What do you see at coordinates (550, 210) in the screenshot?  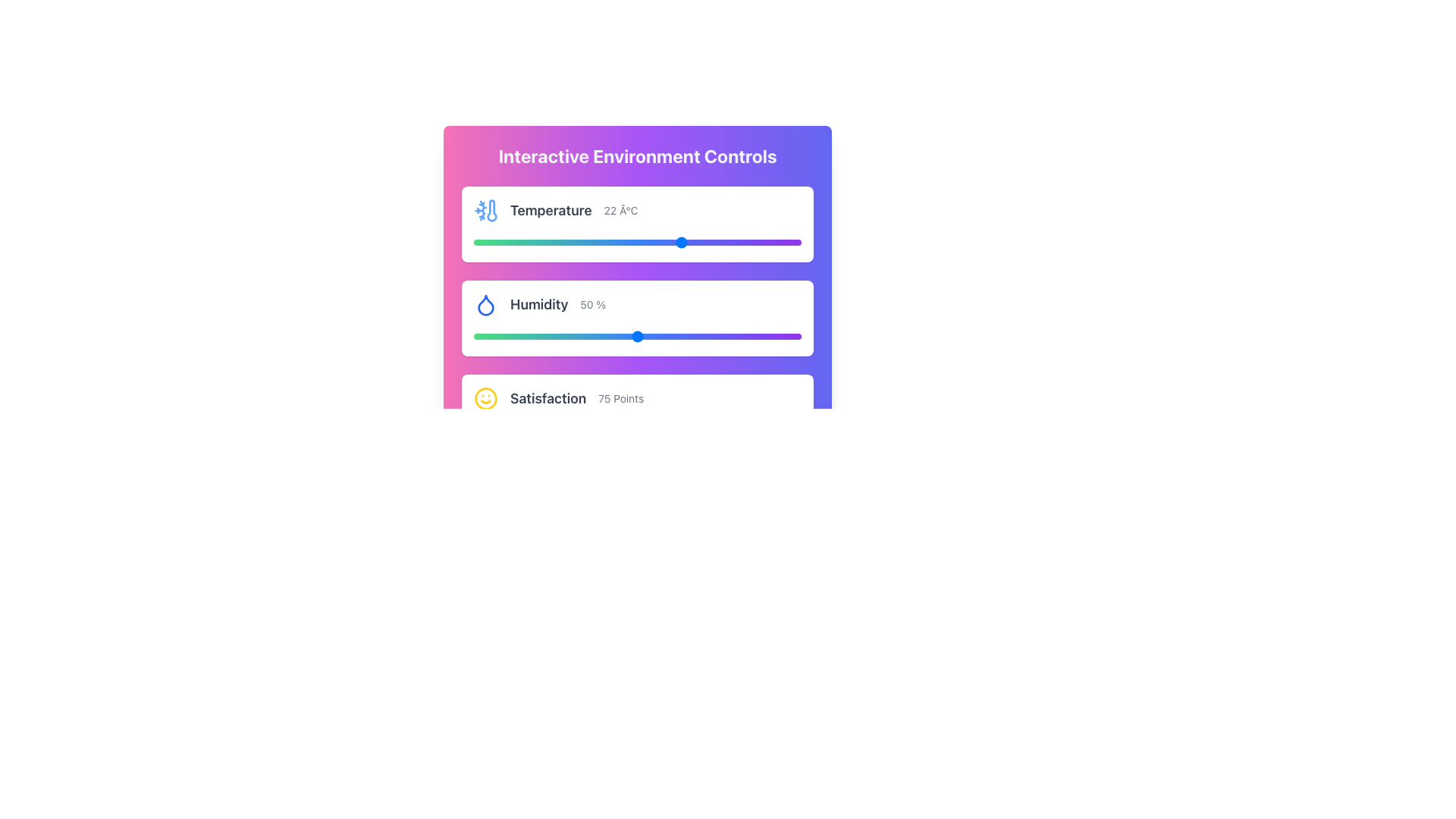 I see `the static text label 'Temperature' which is styled with a larger font size, bold weight, and dark gray color, located in the first card from the top, positioned to the right of a blue thermometer icon and to the left of the text '22 Â°C'` at bounding box center [550, 210].